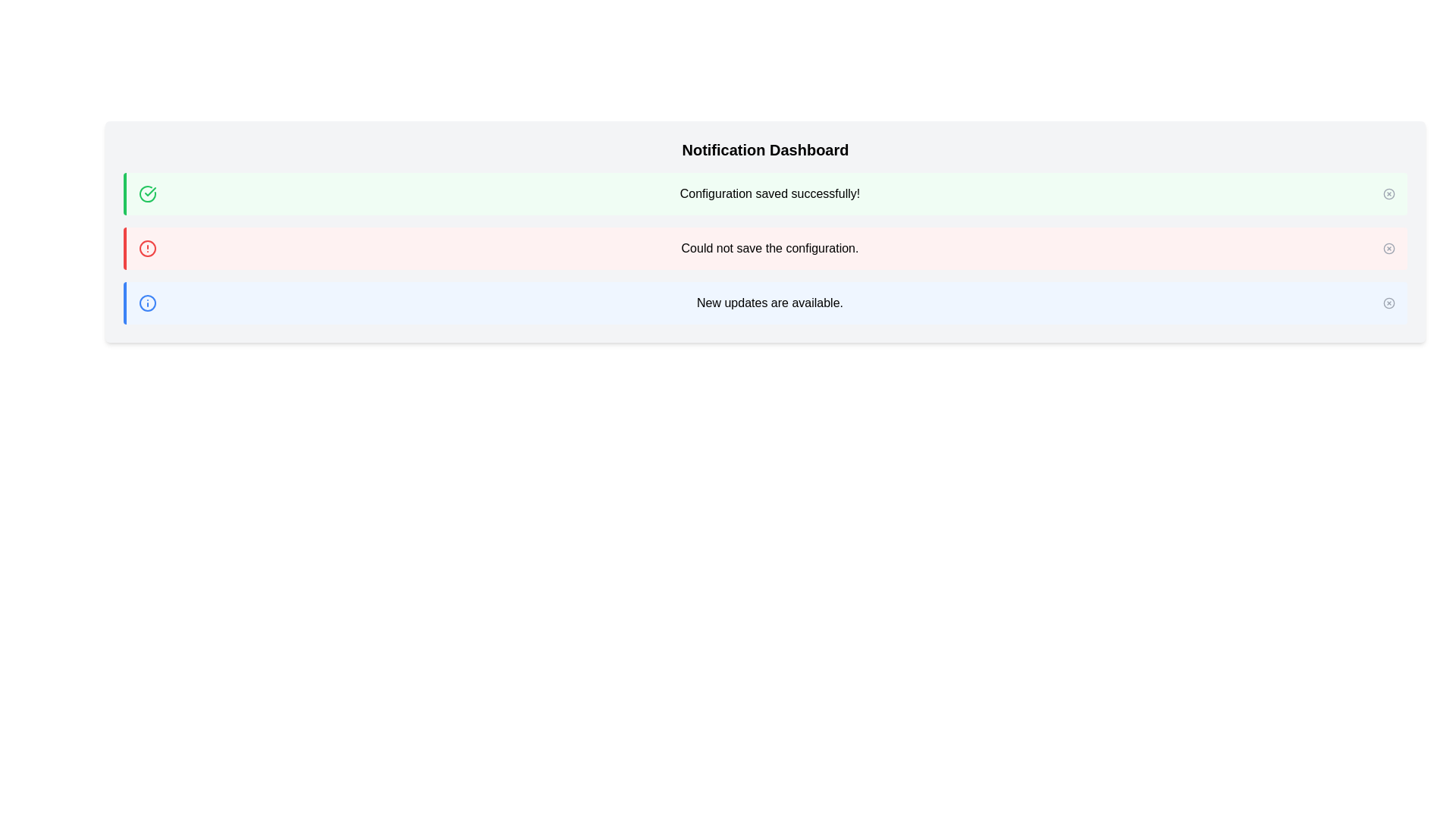 The width and height of the screenshot is (1456, 819). Describe the element at coordinates (1389, 303) in the screenshot. I see `the circular graphical element, which is the first sub-component of the square icon on the right end of the blue notification bar indicating 'New updates are available.'` at that location.